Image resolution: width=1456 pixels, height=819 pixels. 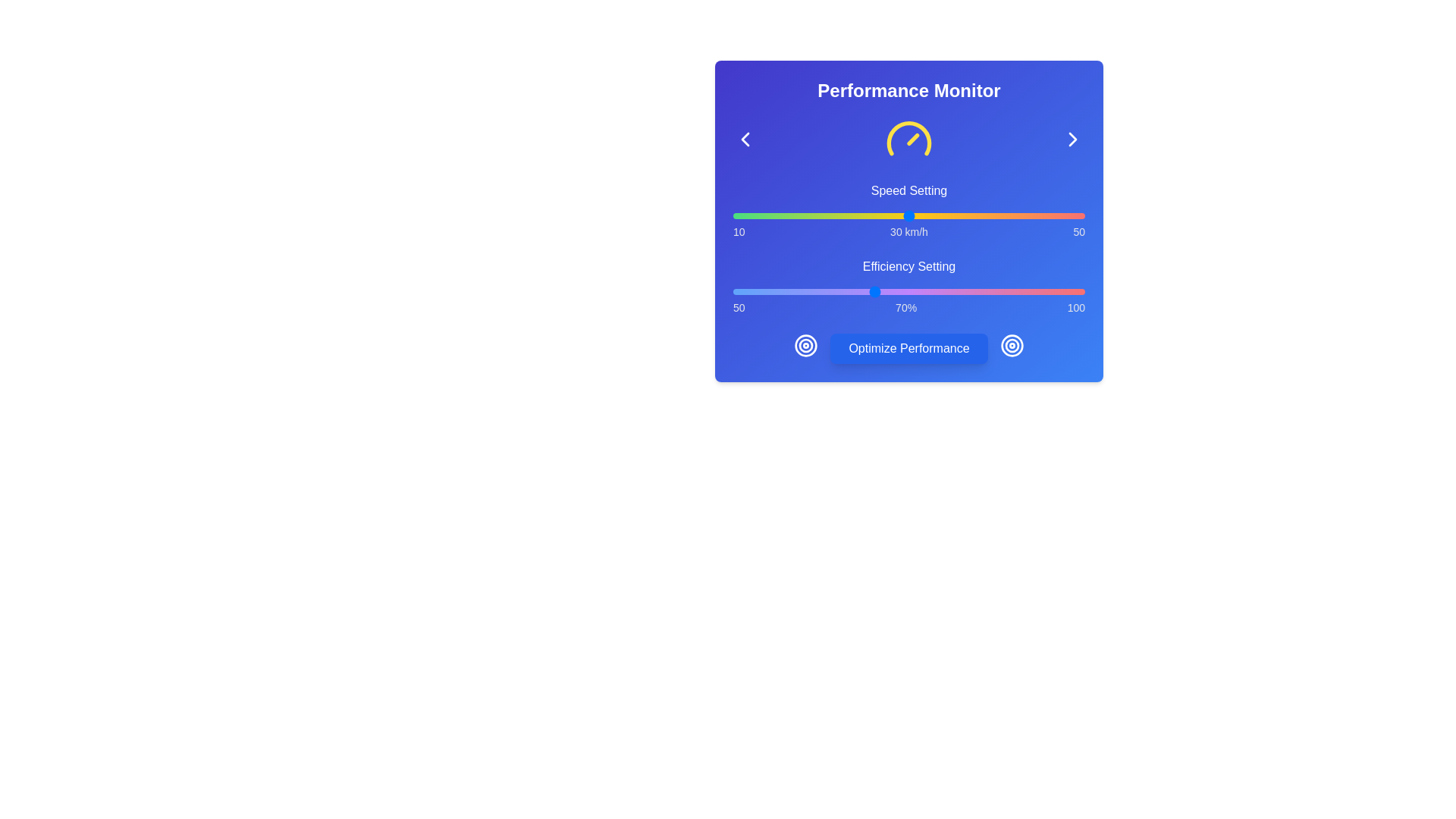 I want to click on 'Optimize Performance' button, so click(x=909, y=348).